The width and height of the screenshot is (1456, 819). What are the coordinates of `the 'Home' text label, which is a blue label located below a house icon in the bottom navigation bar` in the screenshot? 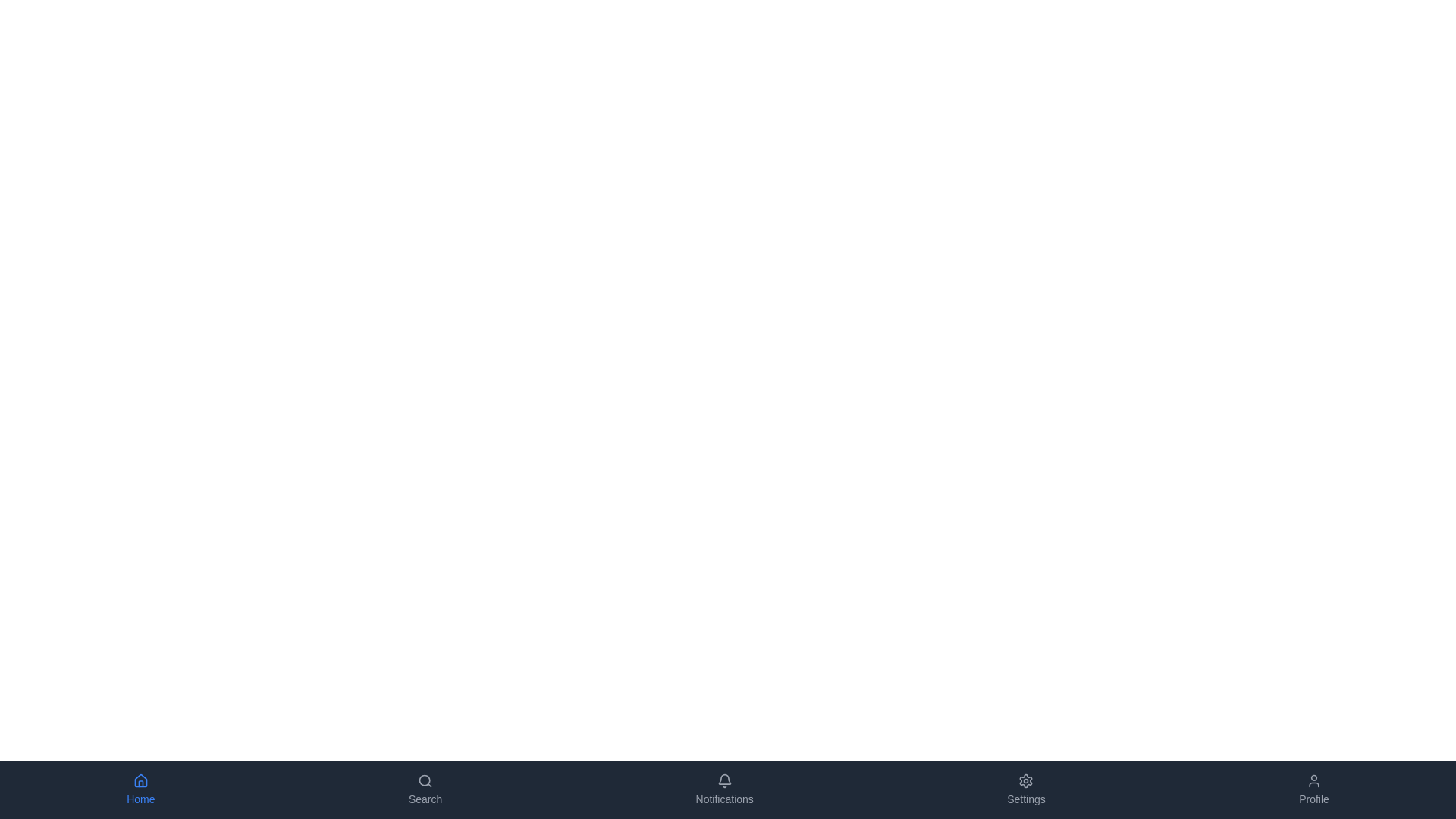 It's located at (140, 798).